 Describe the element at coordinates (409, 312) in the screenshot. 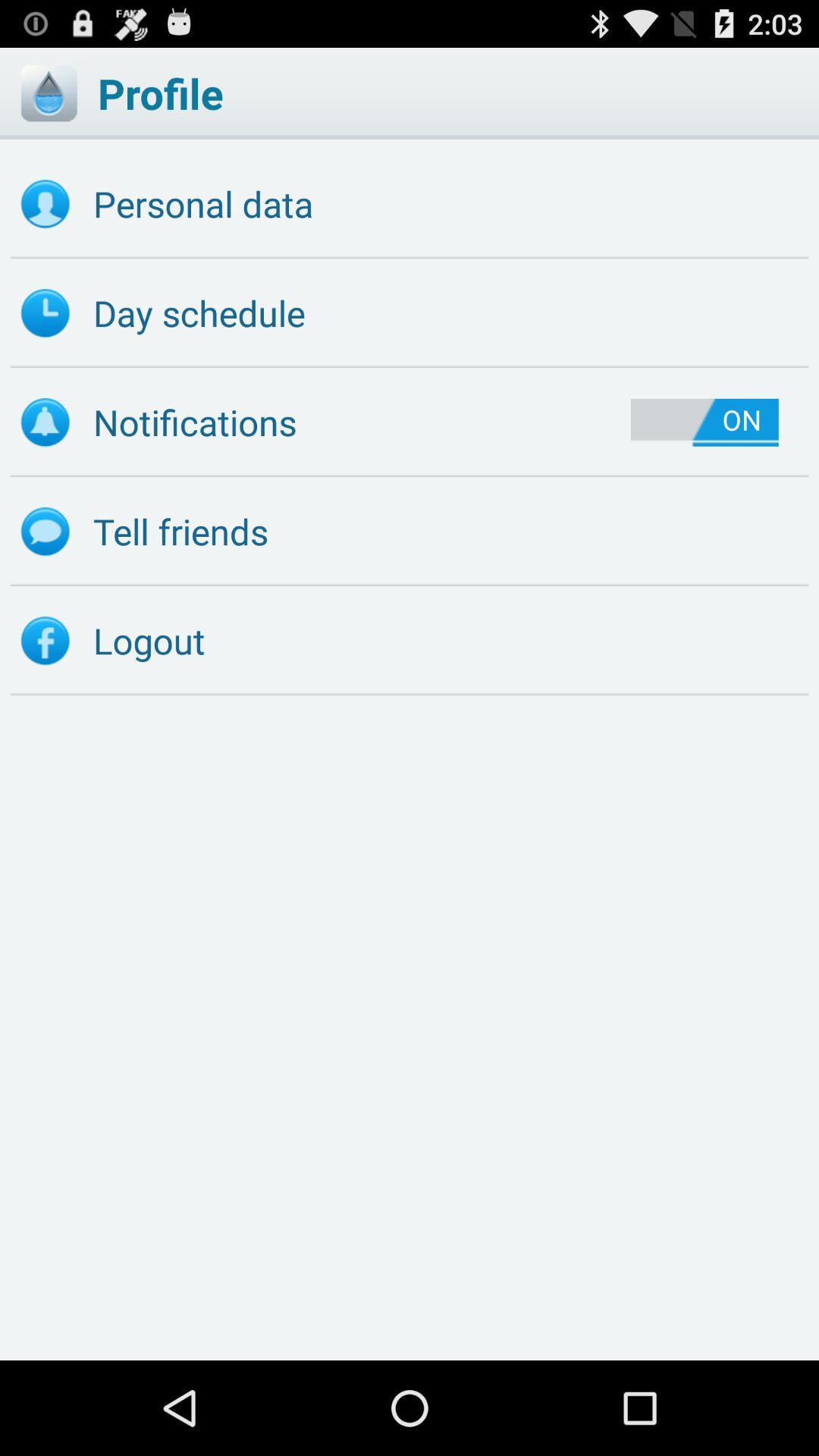

I see `button below personal data button` at that location.